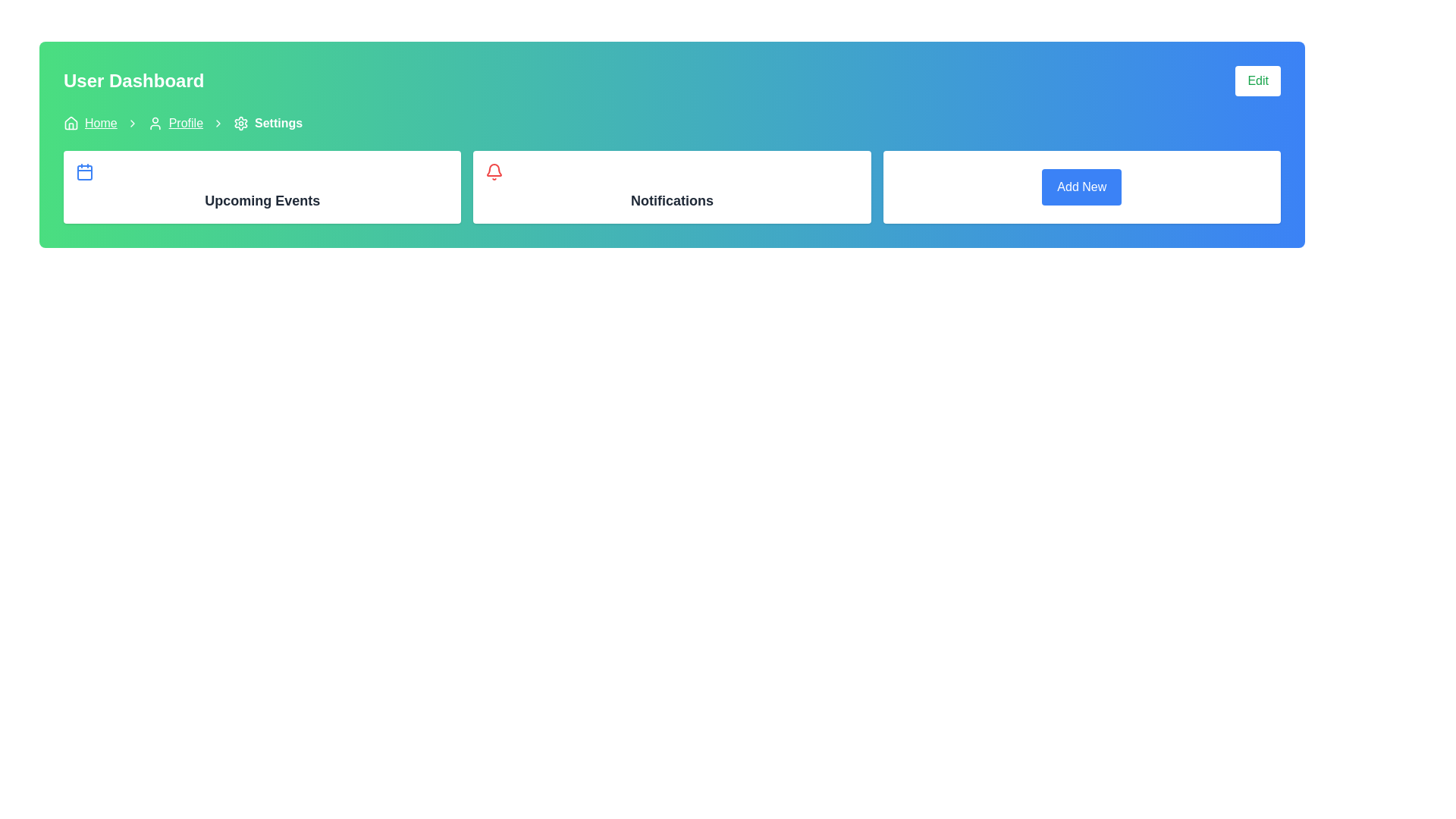  I want to click on the breadcrumb navigation icon located between 'Home' and 'Profile' in the navigation bar, so click(132, 122).